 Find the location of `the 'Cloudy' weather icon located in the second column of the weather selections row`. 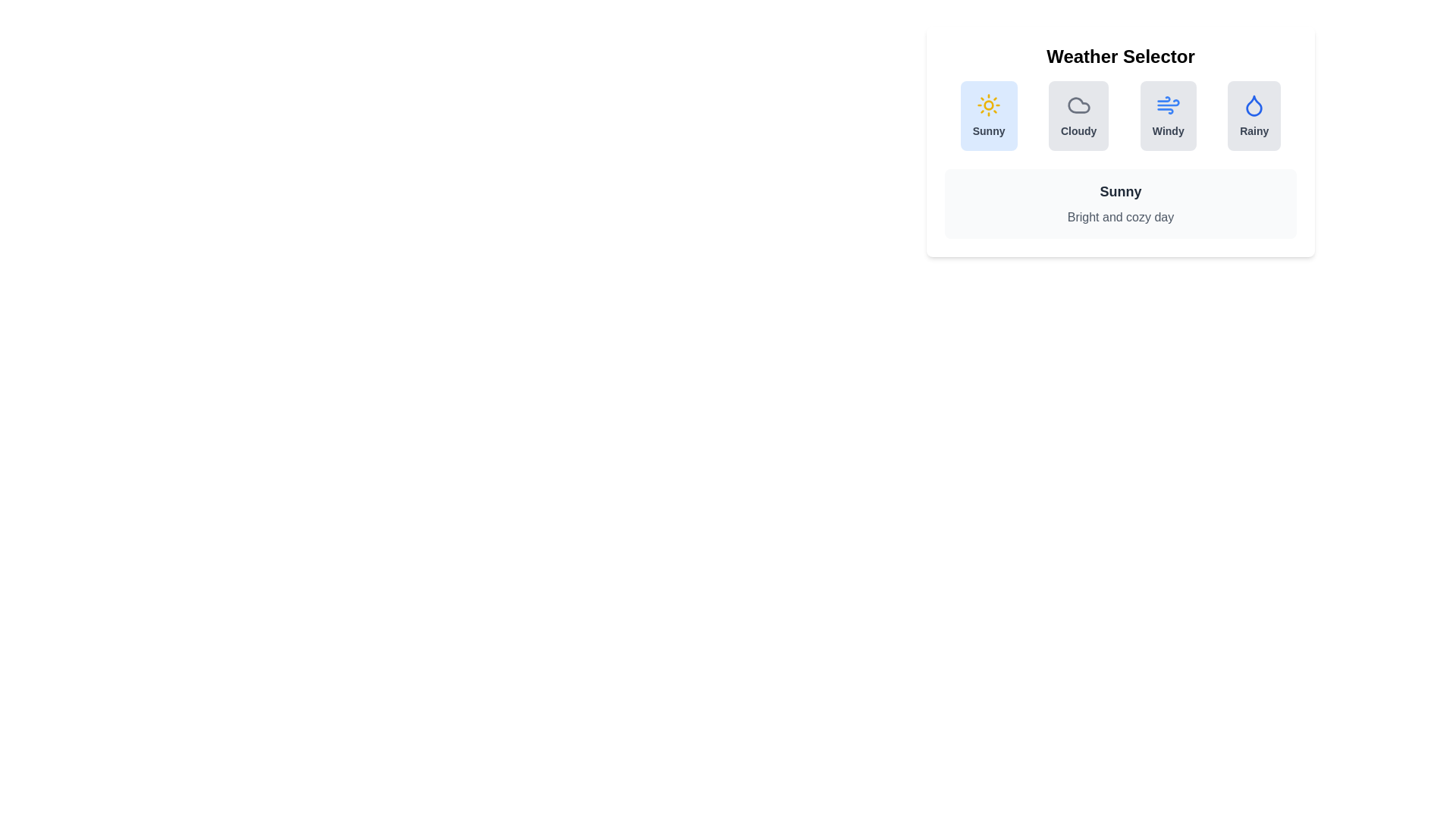

the 'Cloudy' weather icon located in the second column of the weather selections row is located at coordinates (1078, 104).